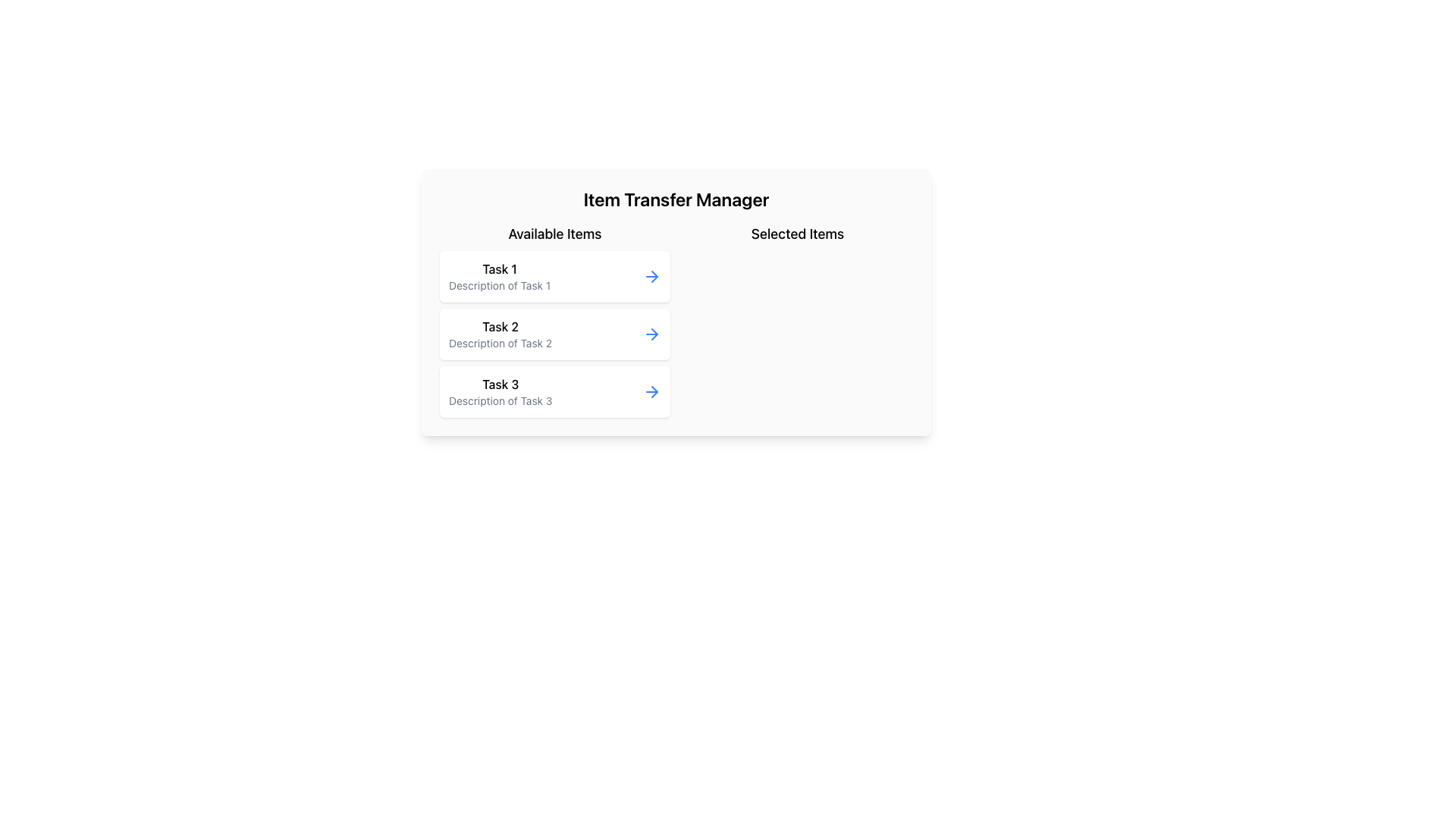 The image size is (1456, 819). Describe the element at coordinates (796, 320) in the screenshot. I see `the rectangular section titled 'Selected Items', located on the right side of the 'Available Items' section` at that location.